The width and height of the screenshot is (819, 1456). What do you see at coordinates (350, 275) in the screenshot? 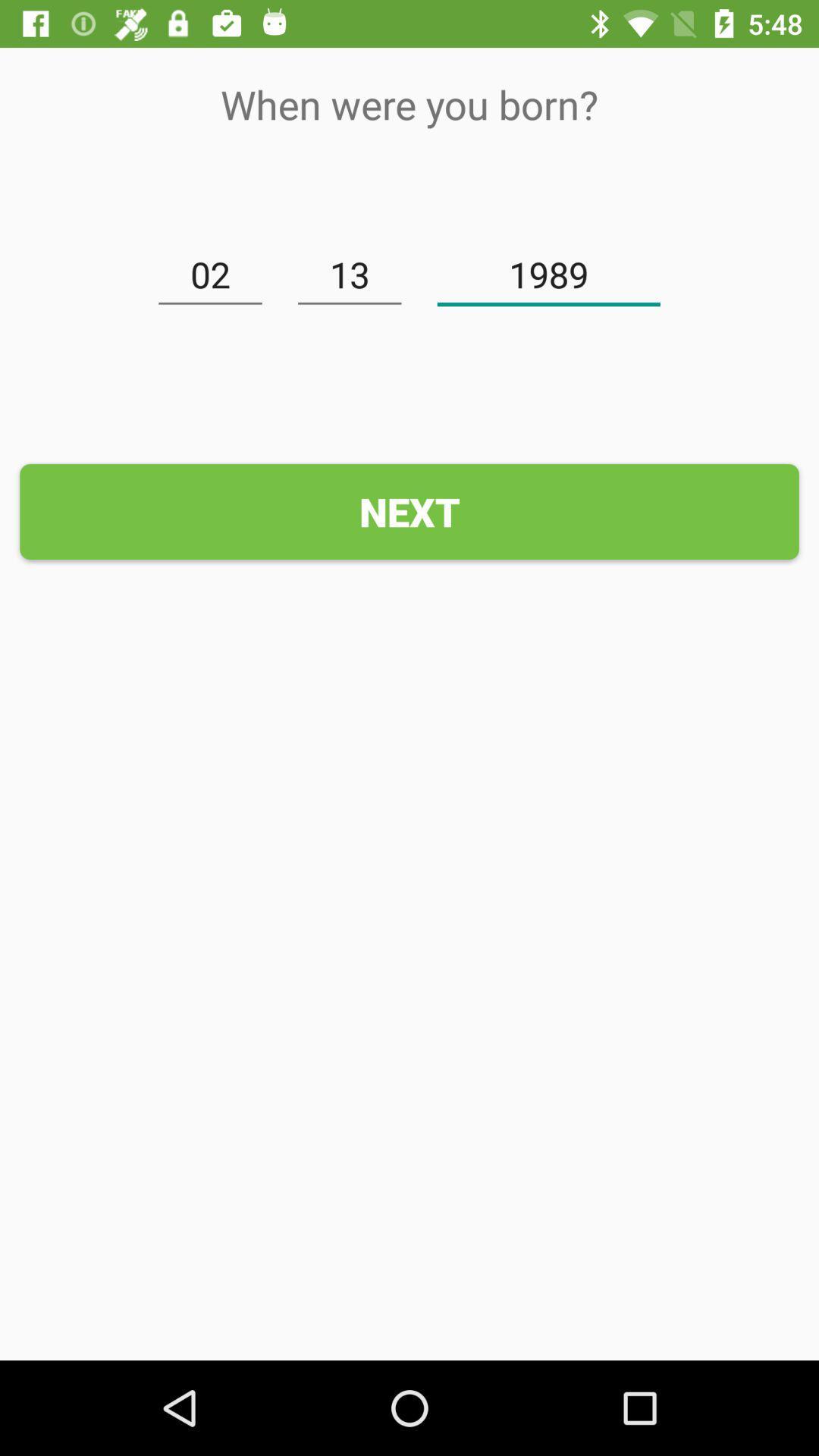
I see `icon next to the 02 item` at bounding box center [350, 275].